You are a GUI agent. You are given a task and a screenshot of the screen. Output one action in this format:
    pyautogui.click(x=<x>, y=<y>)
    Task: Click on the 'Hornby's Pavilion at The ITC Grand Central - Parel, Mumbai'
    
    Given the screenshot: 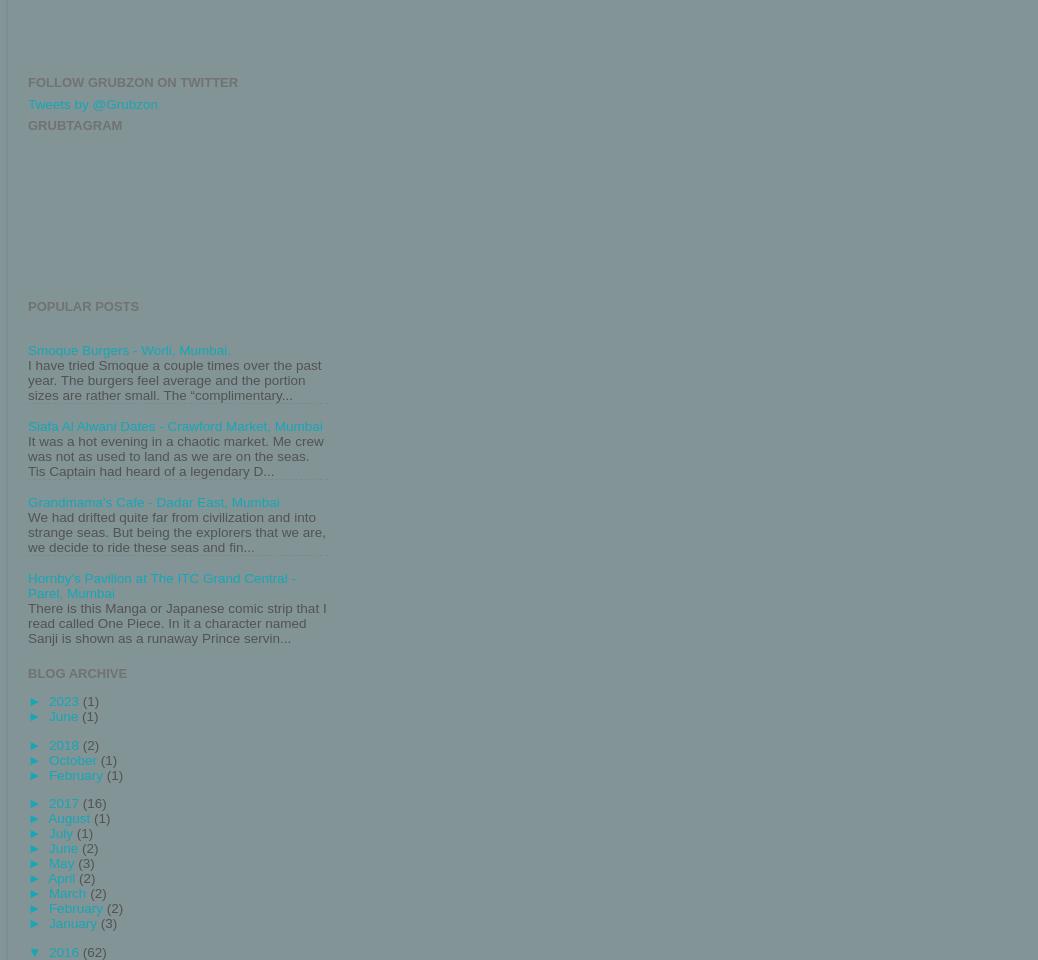 What is the action you would take?
    pyautogui.click(x=27, y=585)
    